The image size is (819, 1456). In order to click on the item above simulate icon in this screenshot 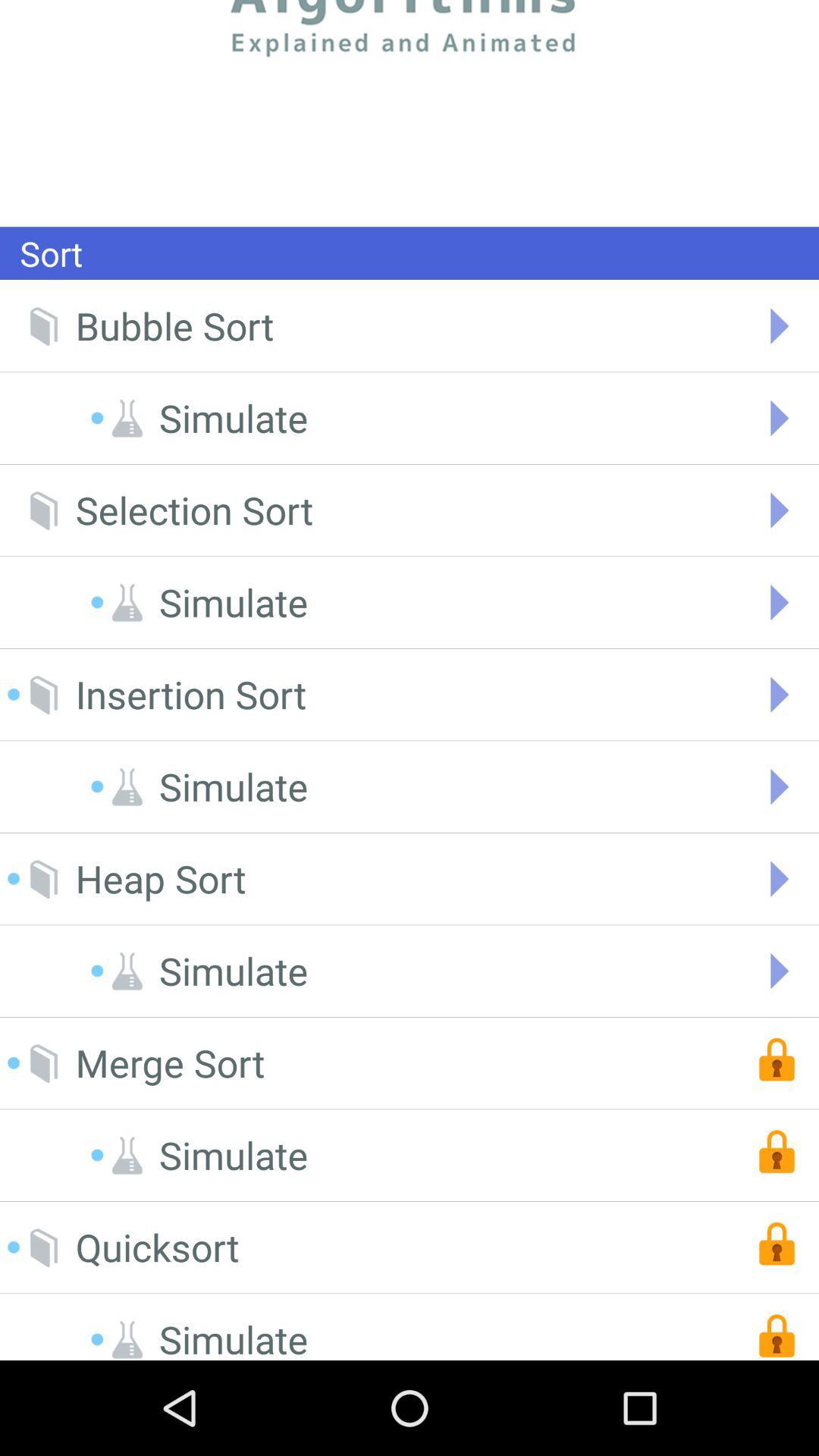, I will do `click(157, 1247)`.